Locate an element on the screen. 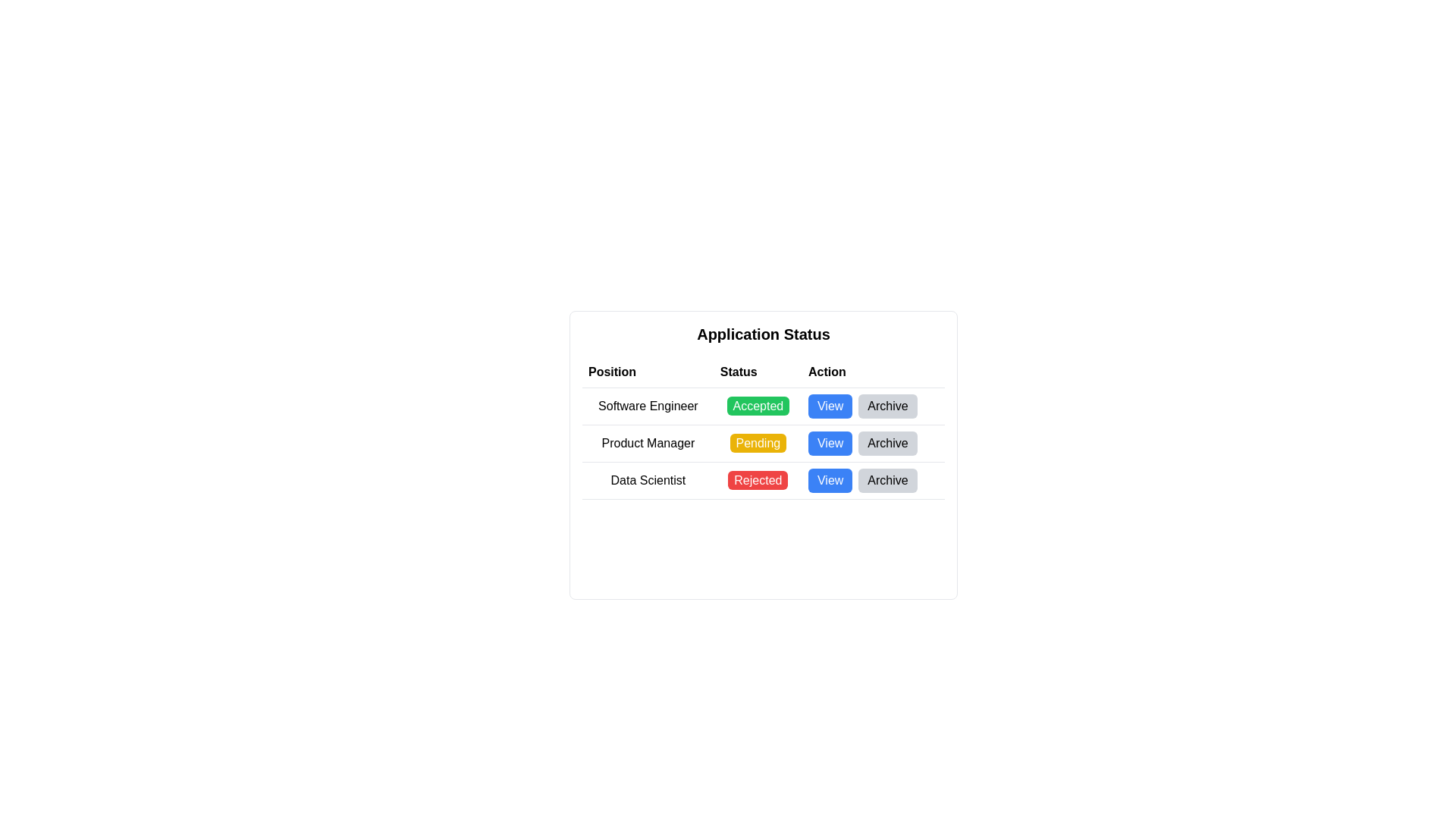 Image resolution: width=1456 pixels, height=819 pixels. the 'Pending' status of the job row for the 'Product Manager' position to interact with it is located at coordinates (764, 444).